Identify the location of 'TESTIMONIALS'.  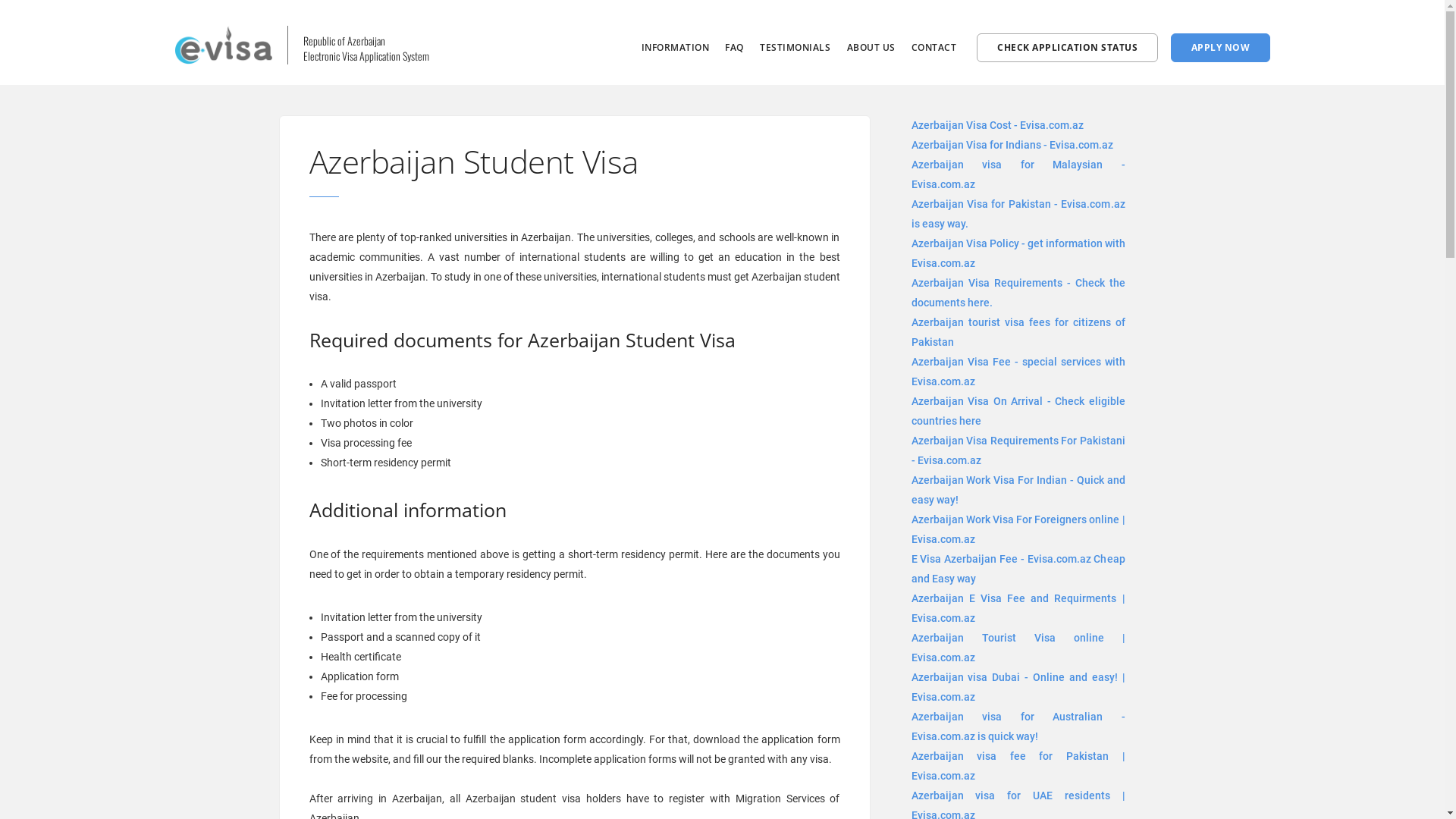
(760, 46).